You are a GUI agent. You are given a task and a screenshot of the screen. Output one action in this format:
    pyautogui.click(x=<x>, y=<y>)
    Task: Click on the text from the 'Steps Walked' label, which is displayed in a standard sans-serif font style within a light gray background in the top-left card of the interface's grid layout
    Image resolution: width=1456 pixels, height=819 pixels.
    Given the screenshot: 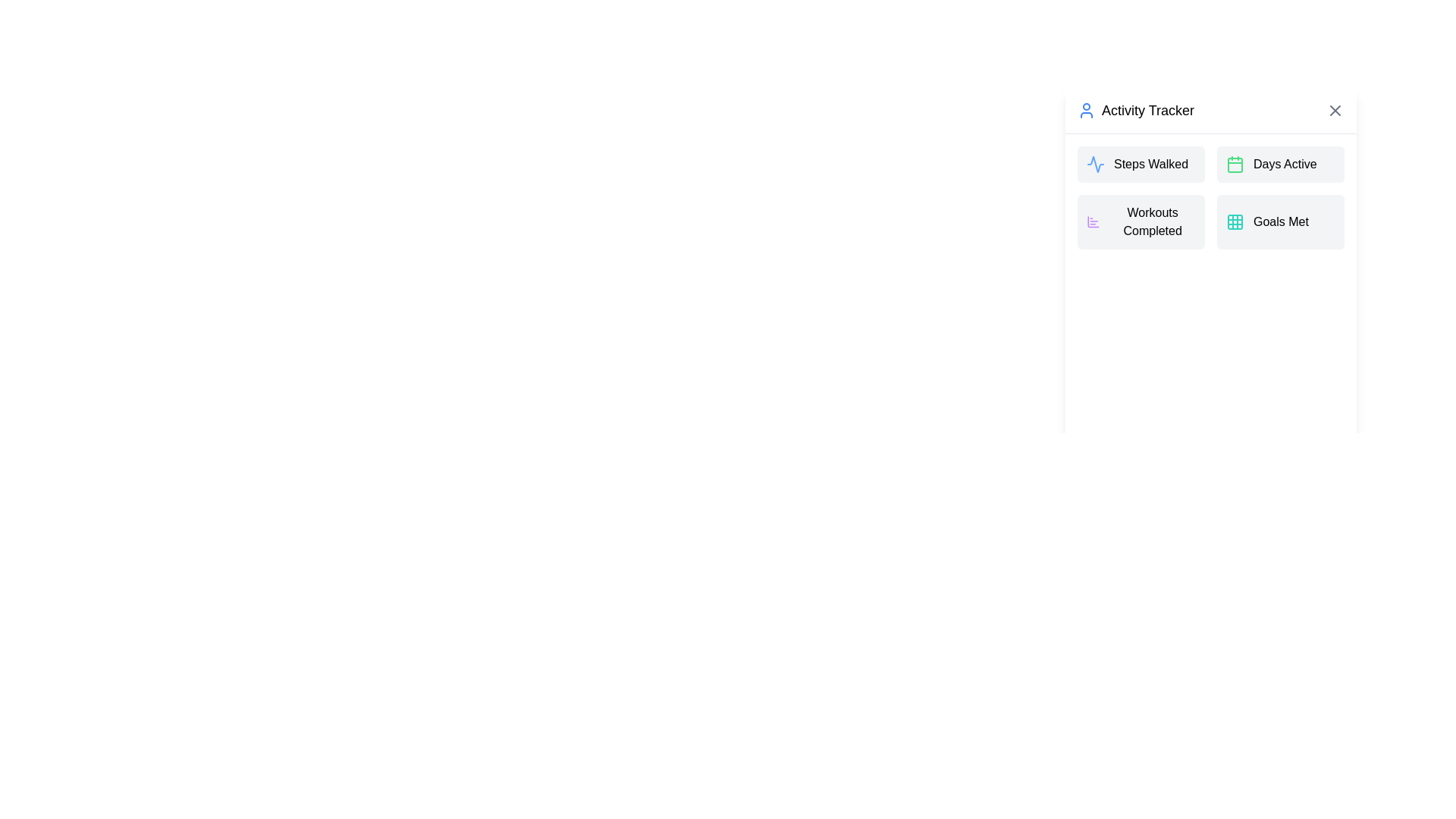 What is the action you would take?
    pyautogui.click(x=1151, y=164)
    